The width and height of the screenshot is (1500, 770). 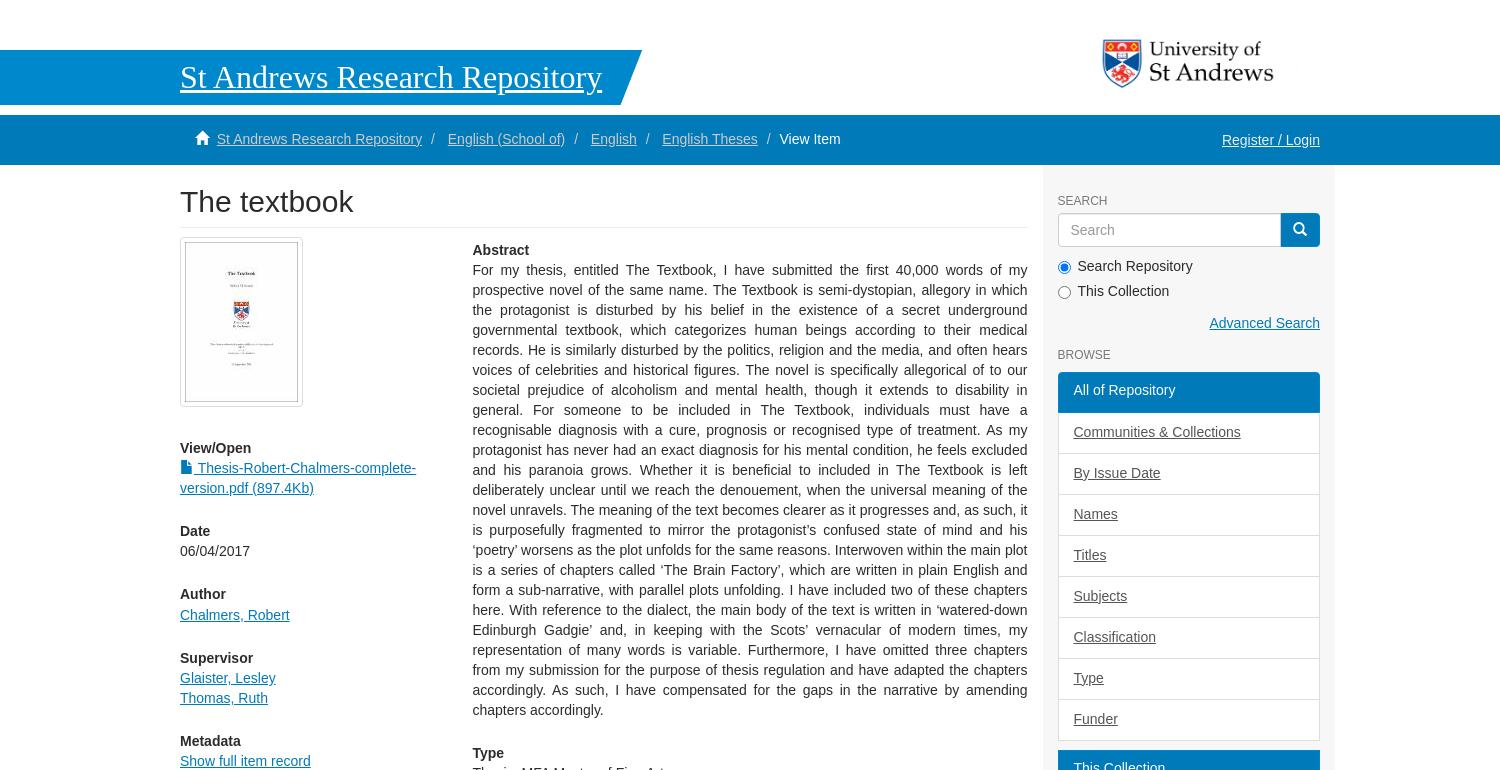 I want to click on 'Titles', so click(x=1088, y=554).